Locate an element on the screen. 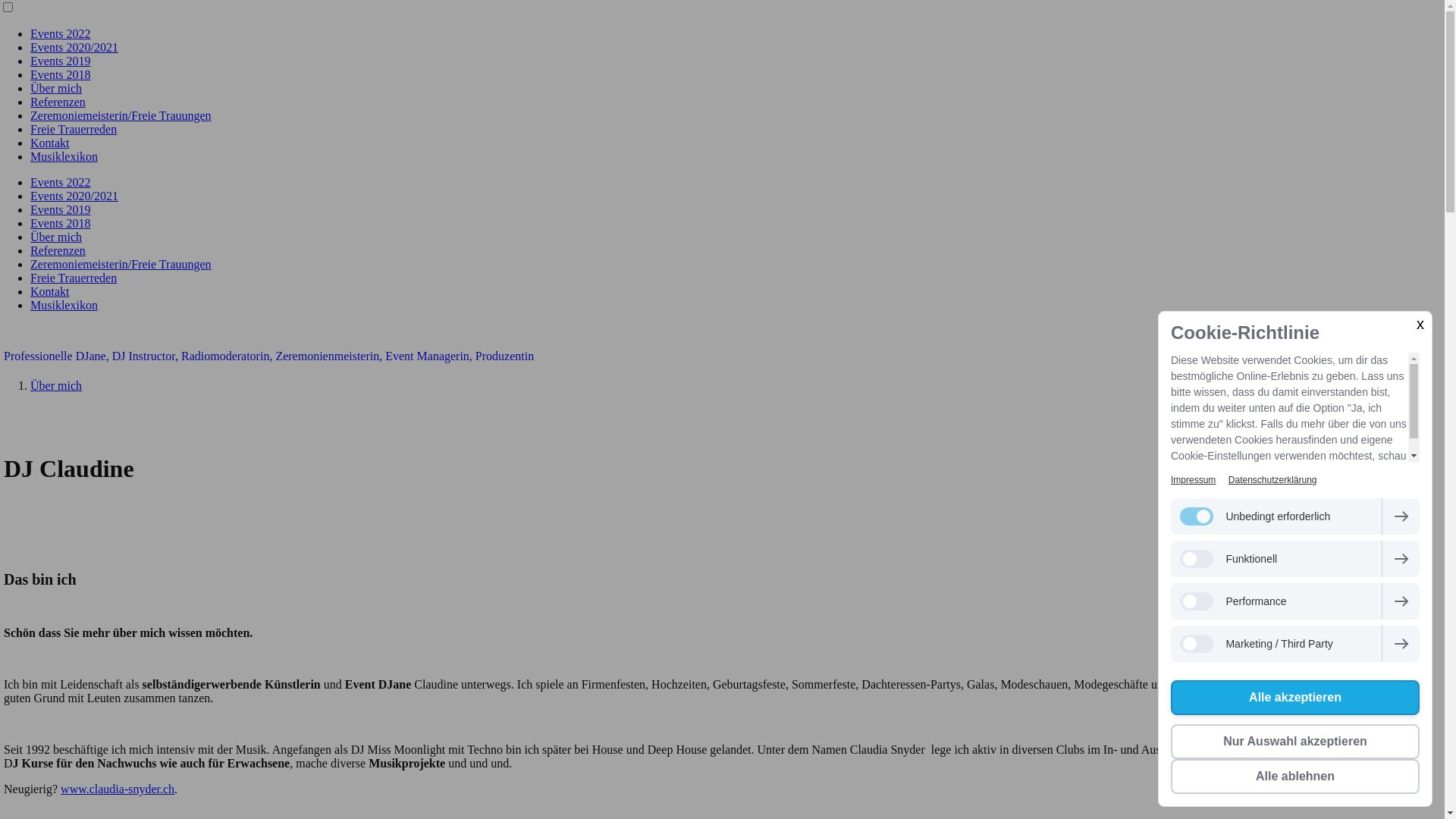  'Alle akzeptieren' is located at coordinates (1170, 698).